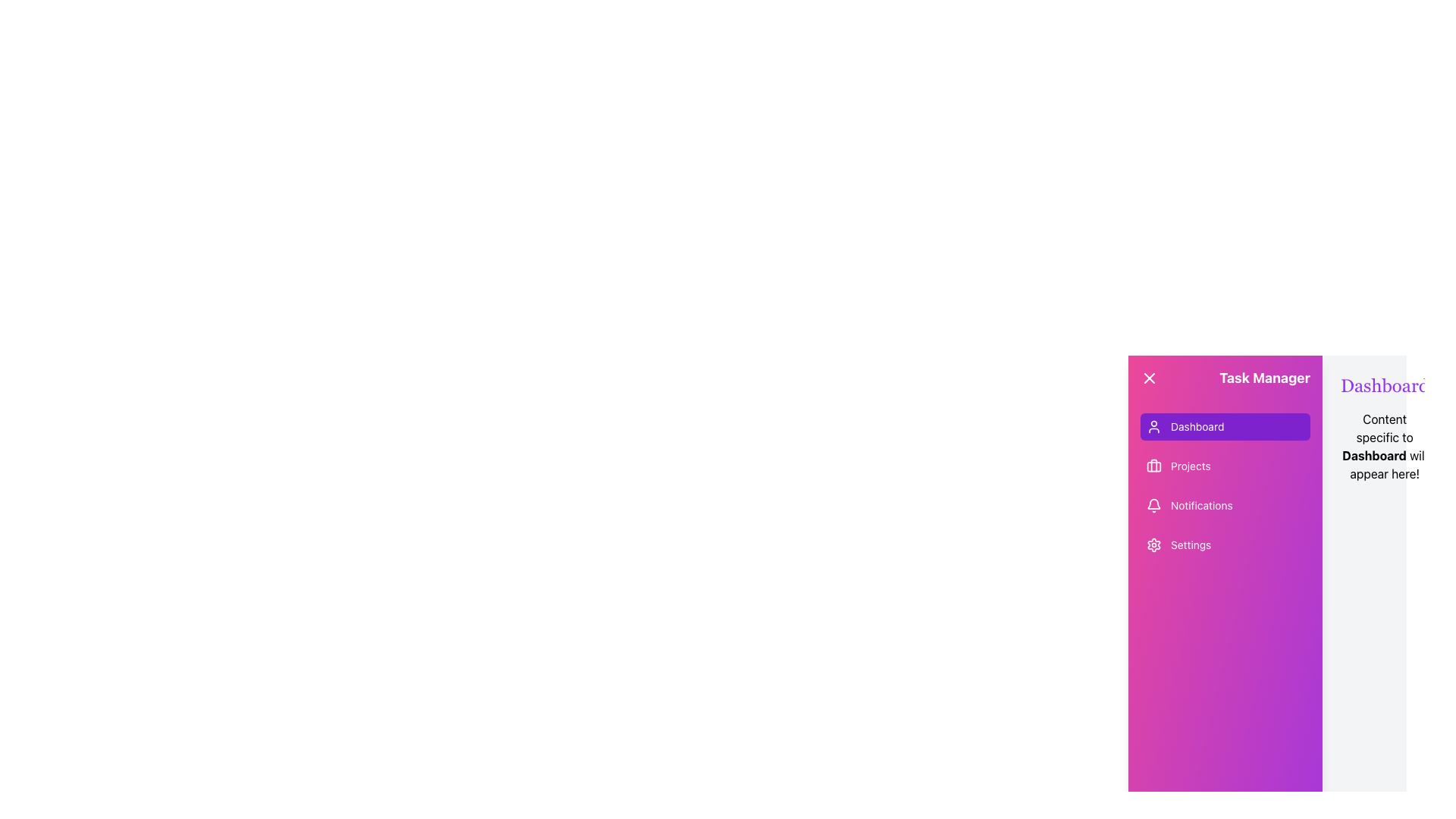 This screenshot has height=819, width=1456. I want to click on the 'Dashboard' text label, so click(1197, 427).